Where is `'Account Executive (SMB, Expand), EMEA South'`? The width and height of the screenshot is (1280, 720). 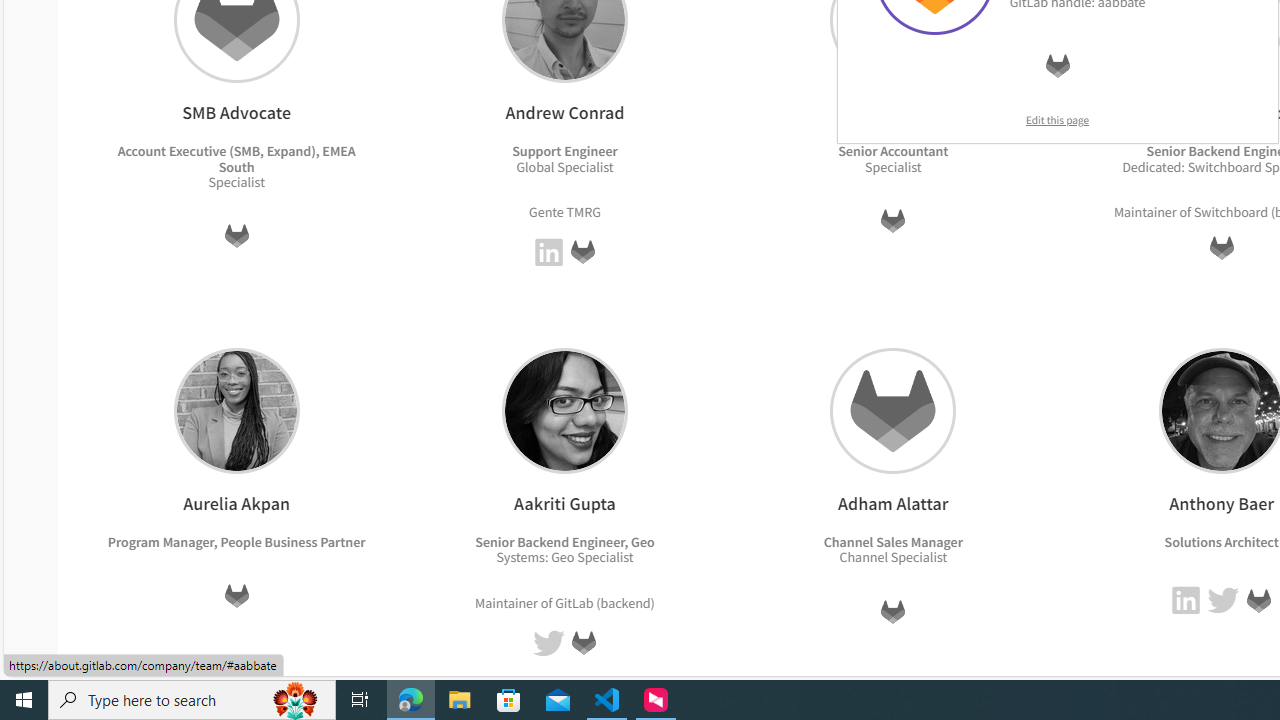
'Account Executive (SMB, Expand), EMEA South' is located at coordinates (236, 157).